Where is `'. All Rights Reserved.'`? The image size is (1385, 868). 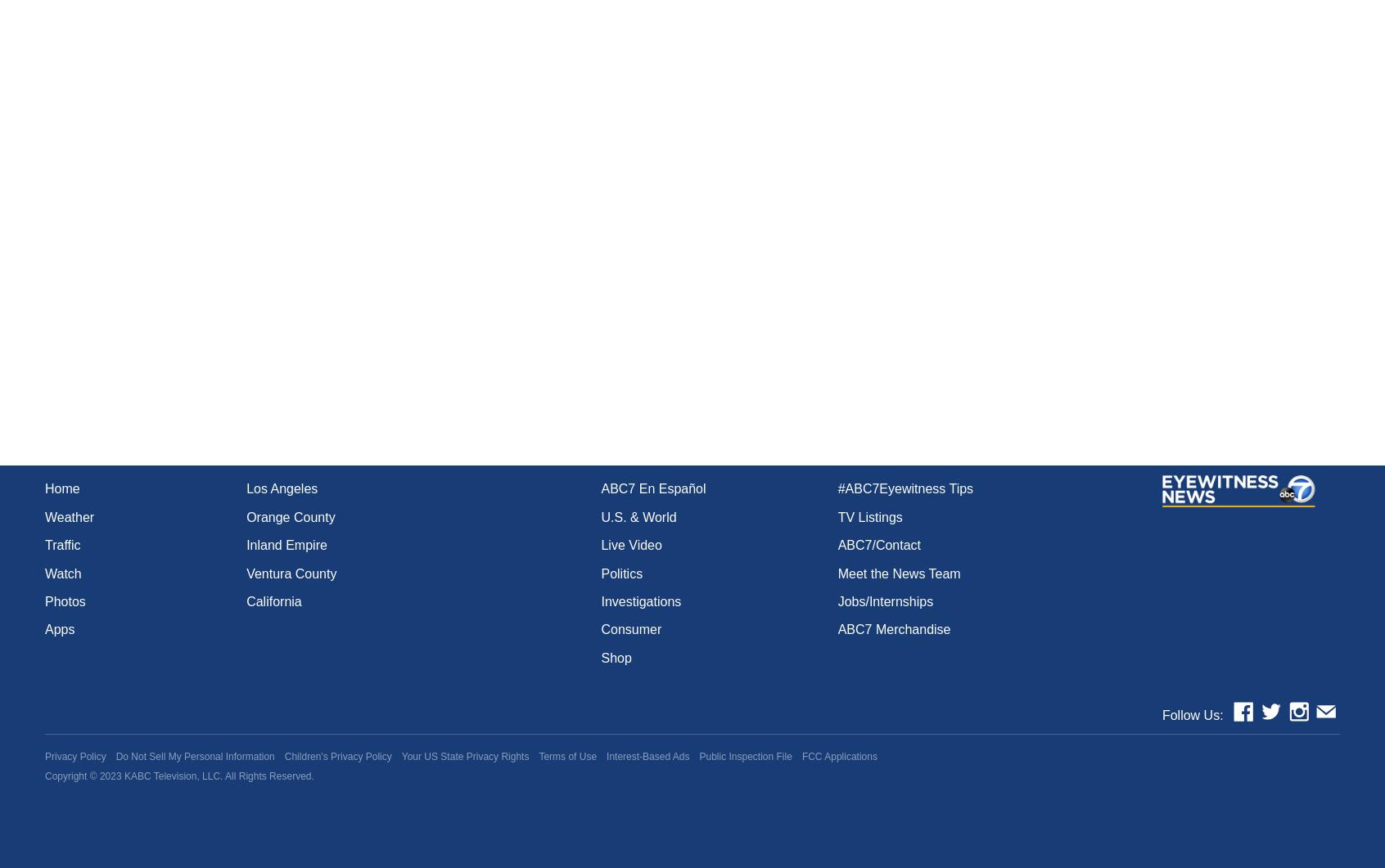 '. All Rights Reserved.' is located at coordinates (266, 775).